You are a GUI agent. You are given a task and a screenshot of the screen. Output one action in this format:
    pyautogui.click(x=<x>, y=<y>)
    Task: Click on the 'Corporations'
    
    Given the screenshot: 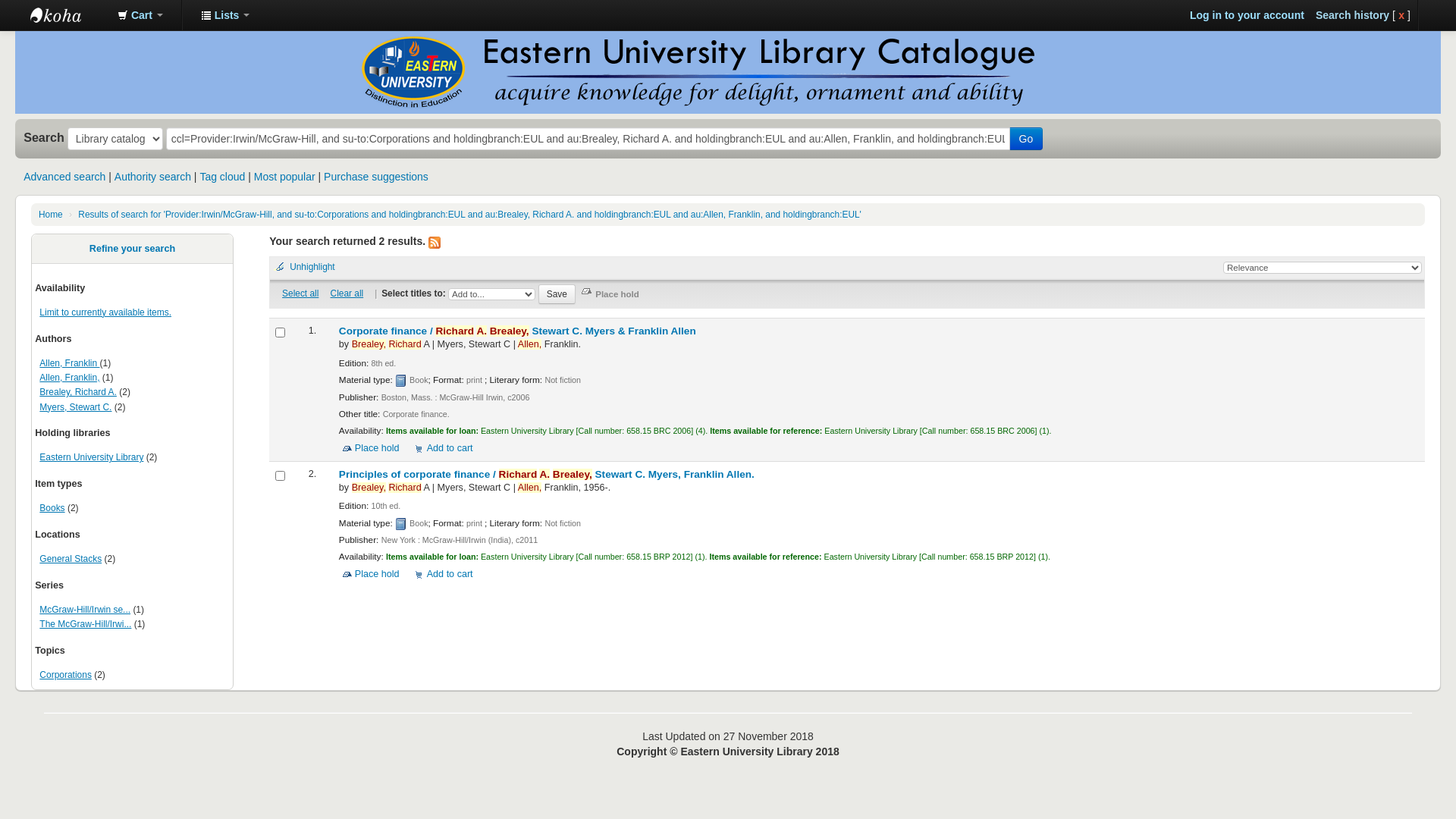 What is the action you would take?
    pyautogui.click(x=64, y=674)
    